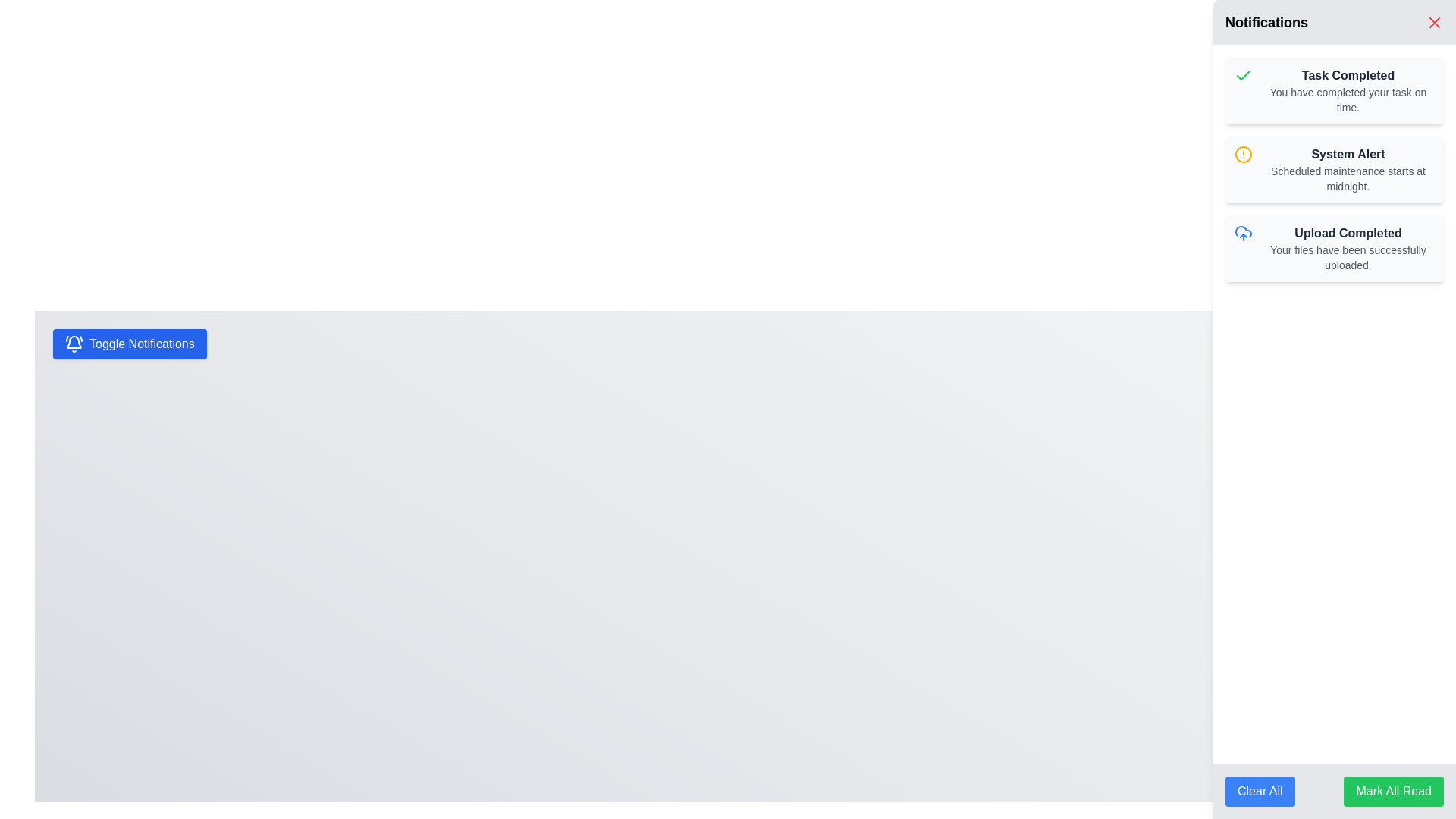 Image resolution: width=1456 pixels, height=819 pixels. Describe the element at coordinates (1244, 76) in the screenshot. I see `the completion icon located on the left side of the notification panel under 'Notifications', which precedes the text 'Task Completed'` at that location.